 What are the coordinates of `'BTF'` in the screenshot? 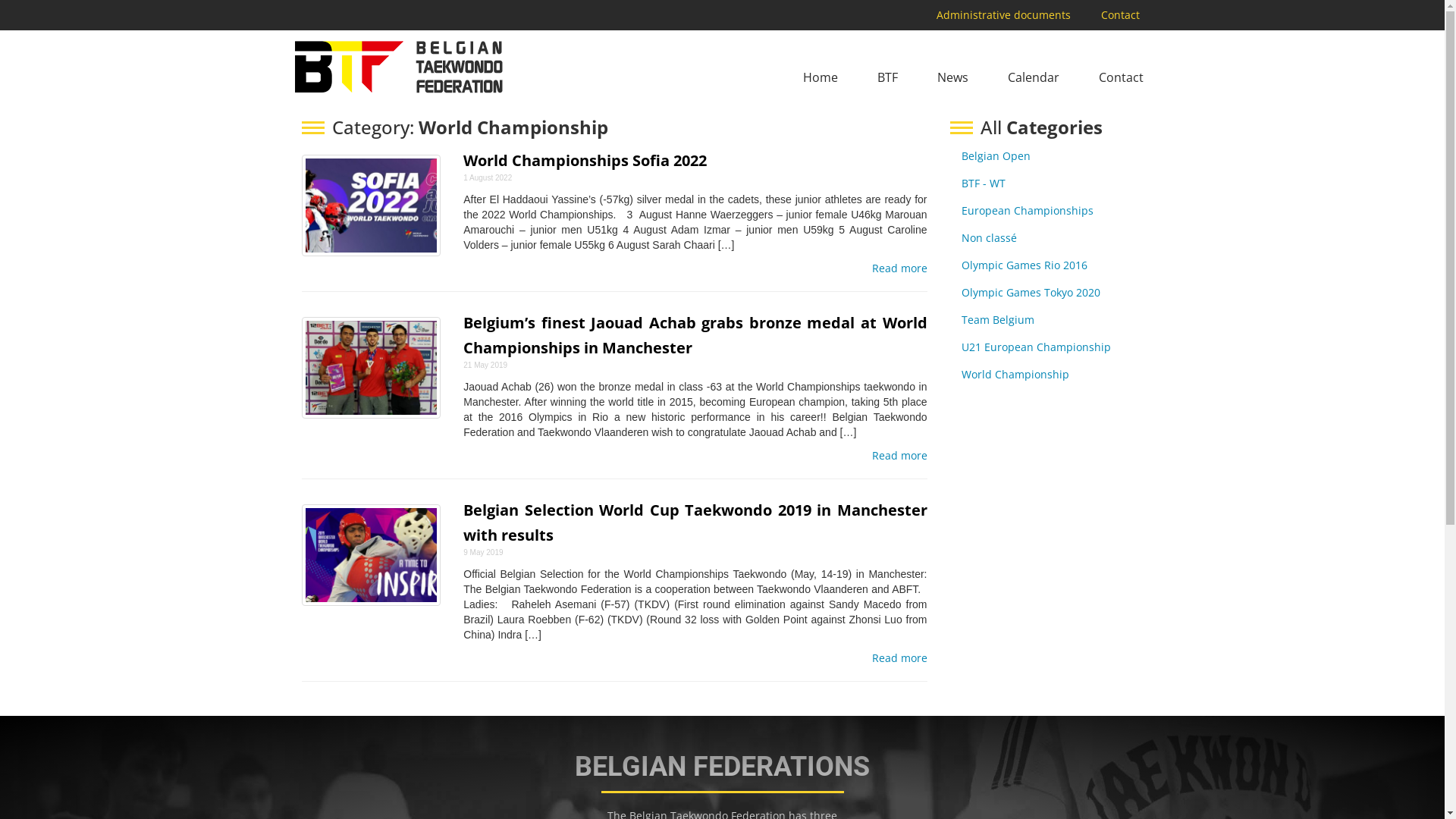 It's located at (887, 77).